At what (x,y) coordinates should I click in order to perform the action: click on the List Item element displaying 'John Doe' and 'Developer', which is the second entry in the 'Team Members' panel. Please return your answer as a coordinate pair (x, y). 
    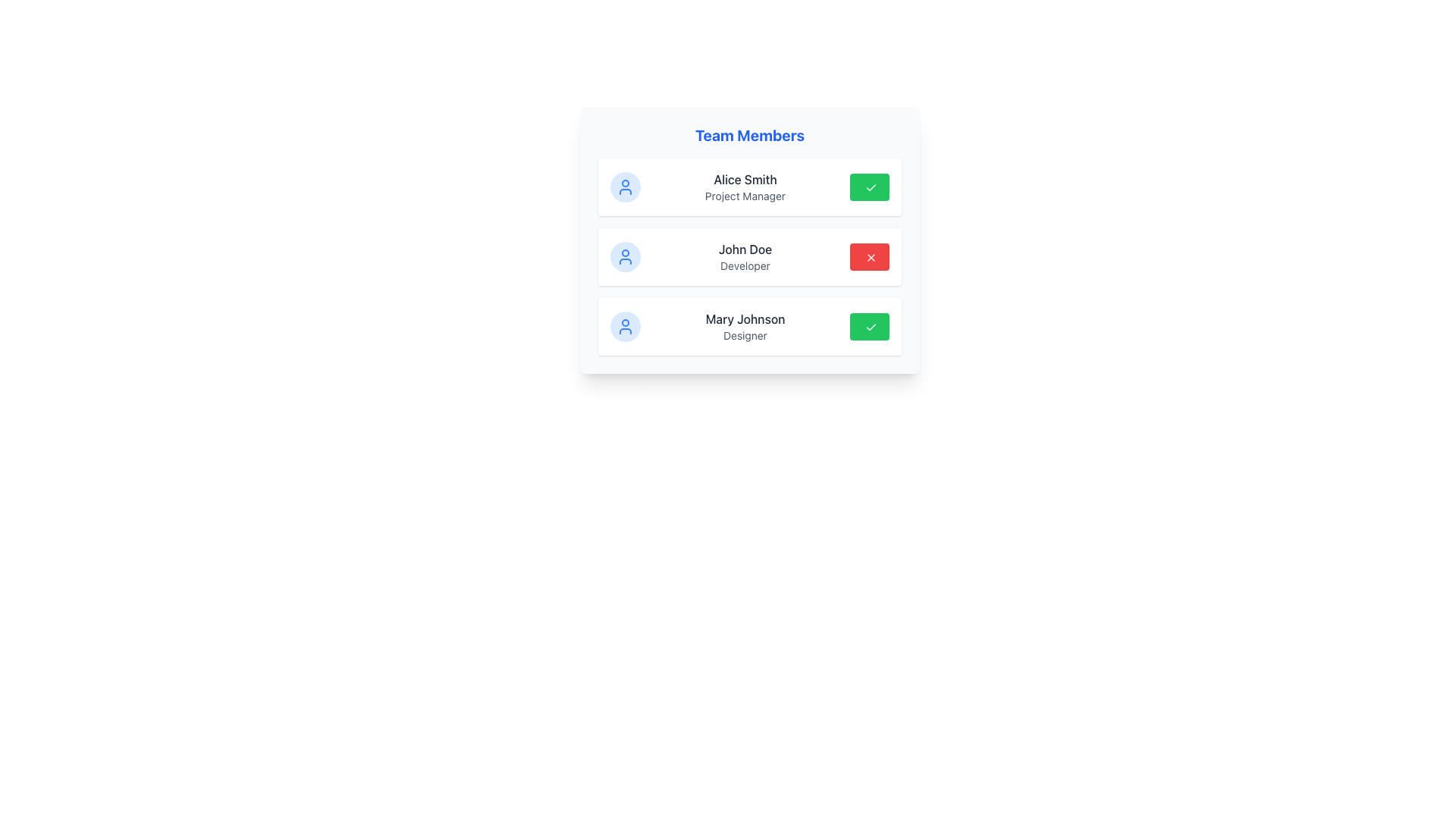
    Looking at the image, I should click on (749, 256).